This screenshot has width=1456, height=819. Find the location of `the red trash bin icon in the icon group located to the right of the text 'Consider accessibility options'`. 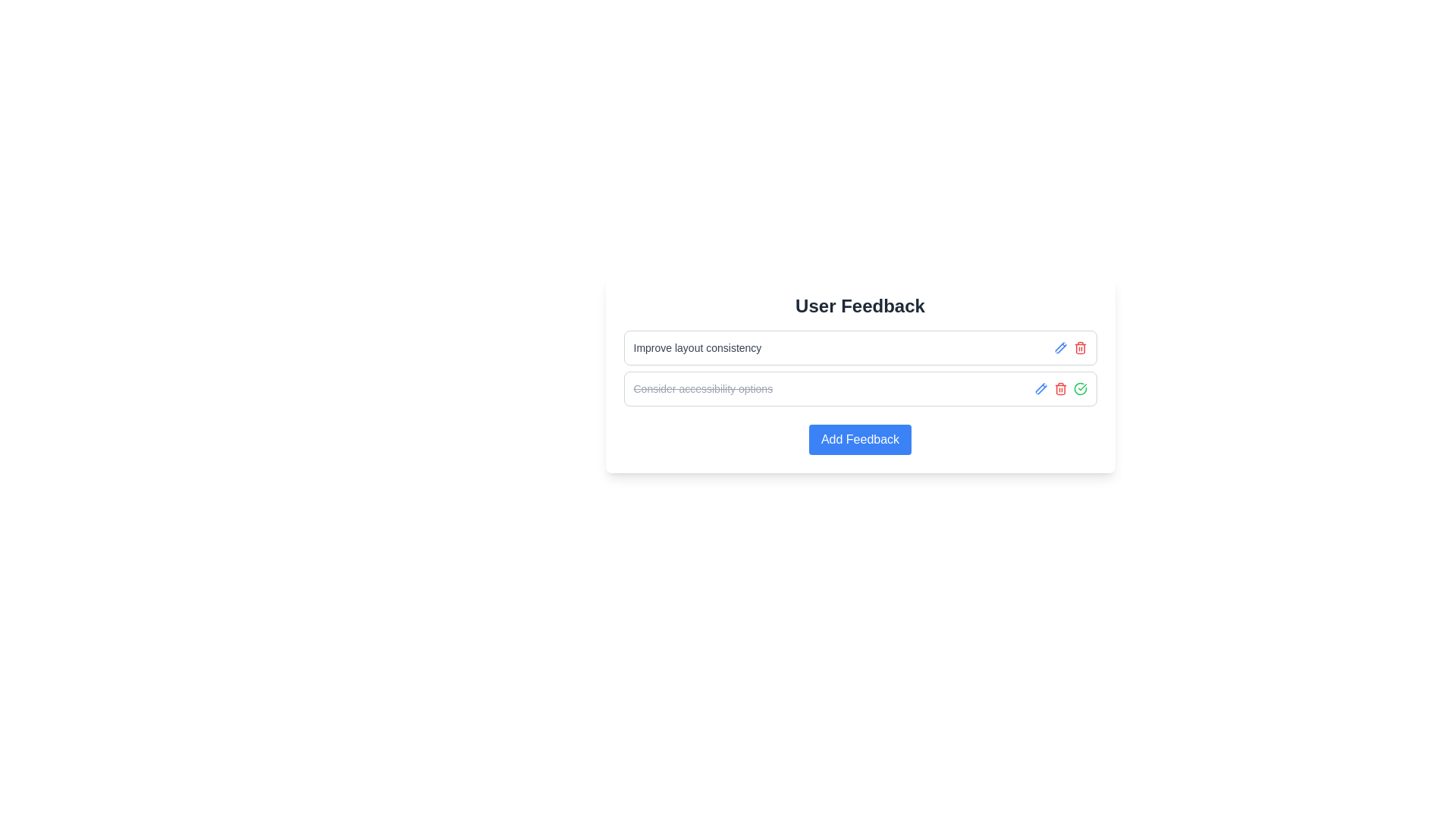

the red trash bin icon in the icon group located to the right of the text 'Consider accessibility options' is located at coordinates (1059, 388).